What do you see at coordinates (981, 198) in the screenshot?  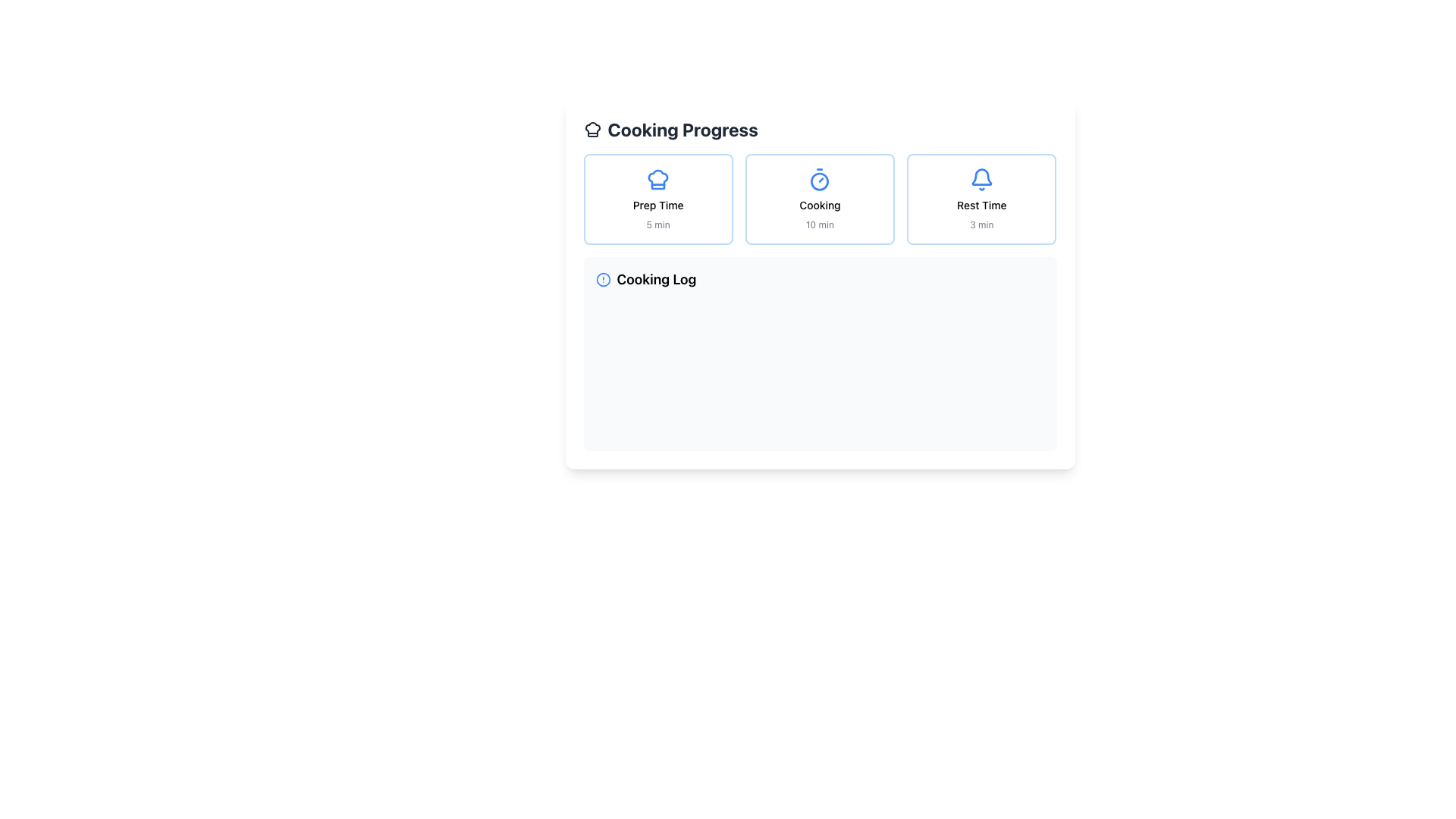 I see `the third card in the grid, which contains a blue bell icon and the text 'Rest Time', for accessibility focus` at bounding box center [981, 198].